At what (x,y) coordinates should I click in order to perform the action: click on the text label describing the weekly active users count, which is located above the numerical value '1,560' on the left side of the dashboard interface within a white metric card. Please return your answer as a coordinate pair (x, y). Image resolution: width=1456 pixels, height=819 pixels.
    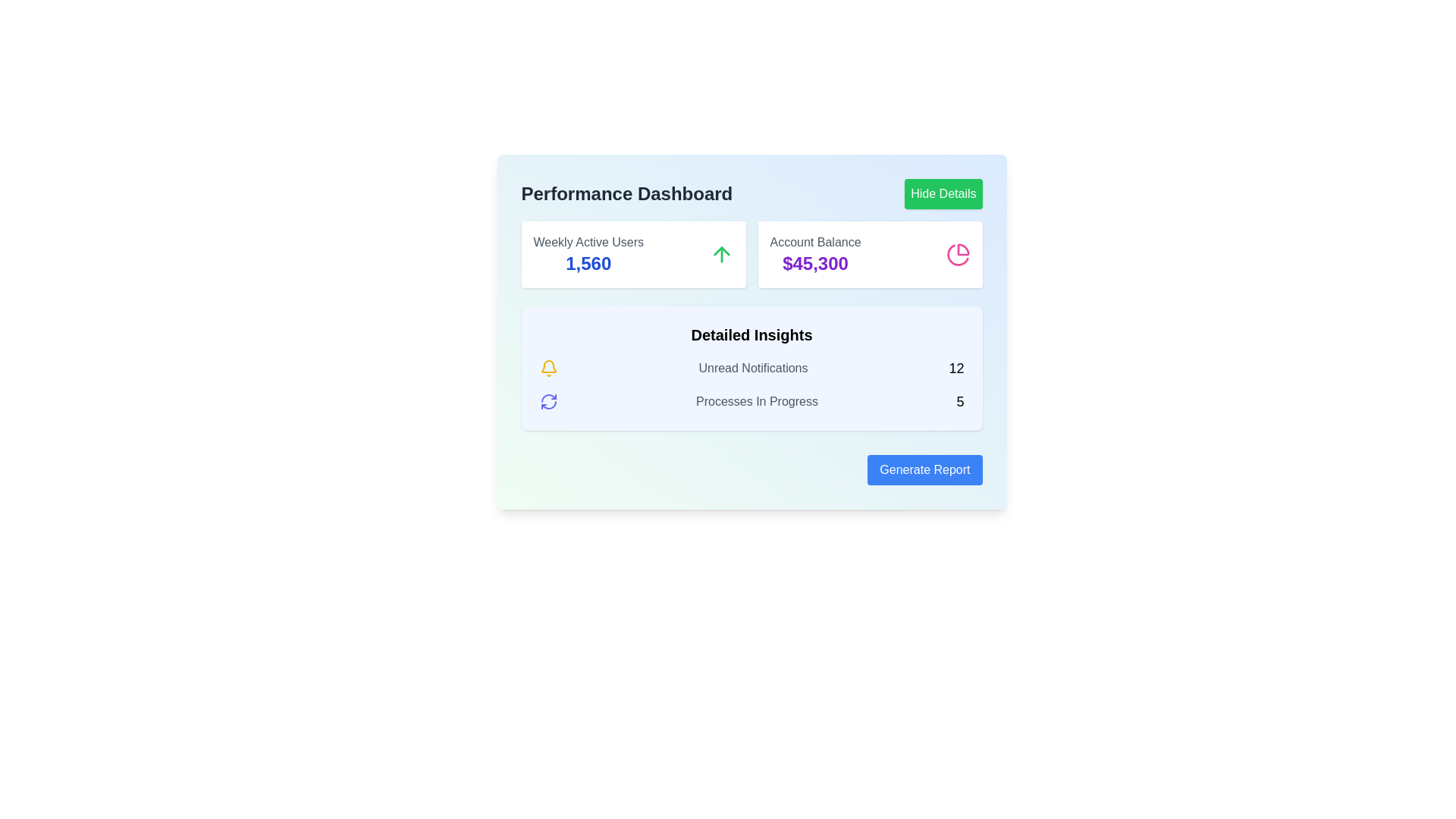
    Looking at the image, I should click on (588, 242).